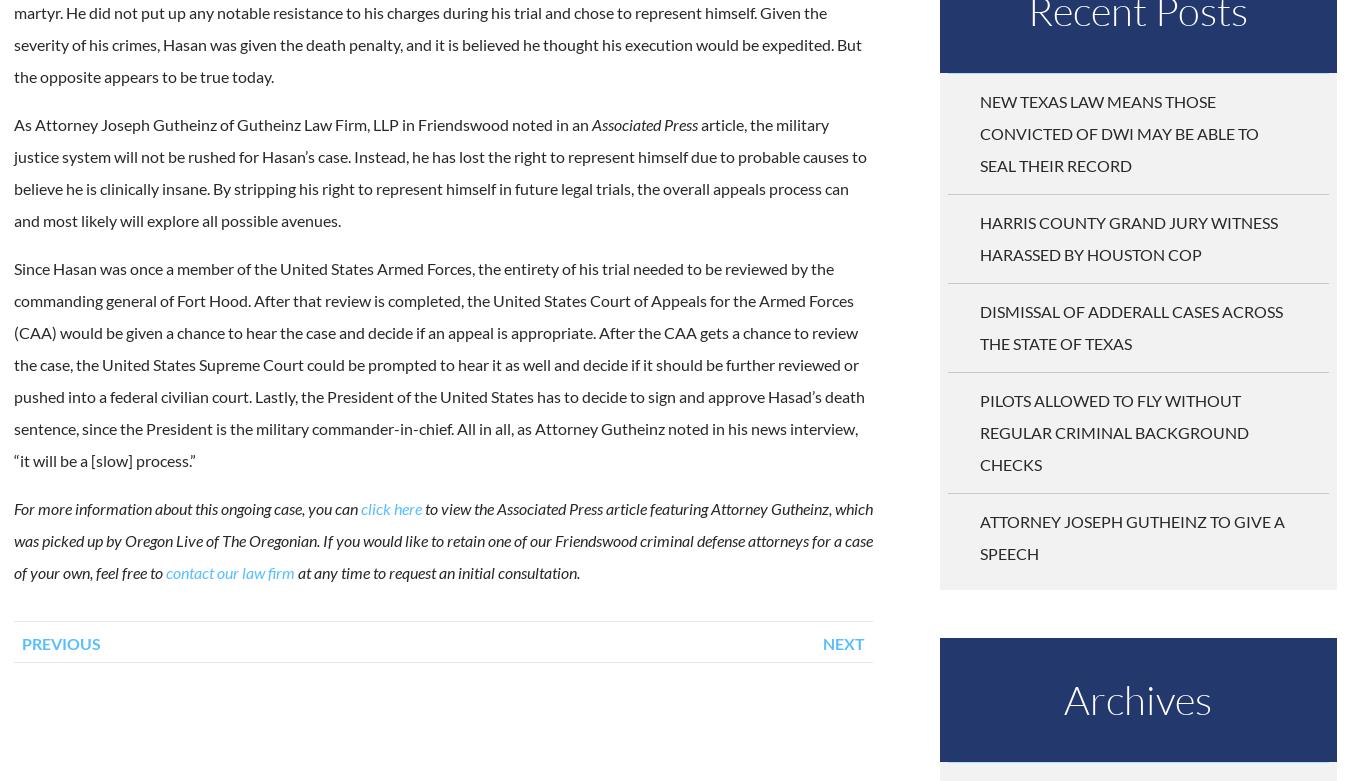 This screenshot has width=1350, height=781. What do you see at coordinates (437, 571) in the screenshot?
I see `'at any time to request an initial consultation.'` at bounding box center [437, 571].